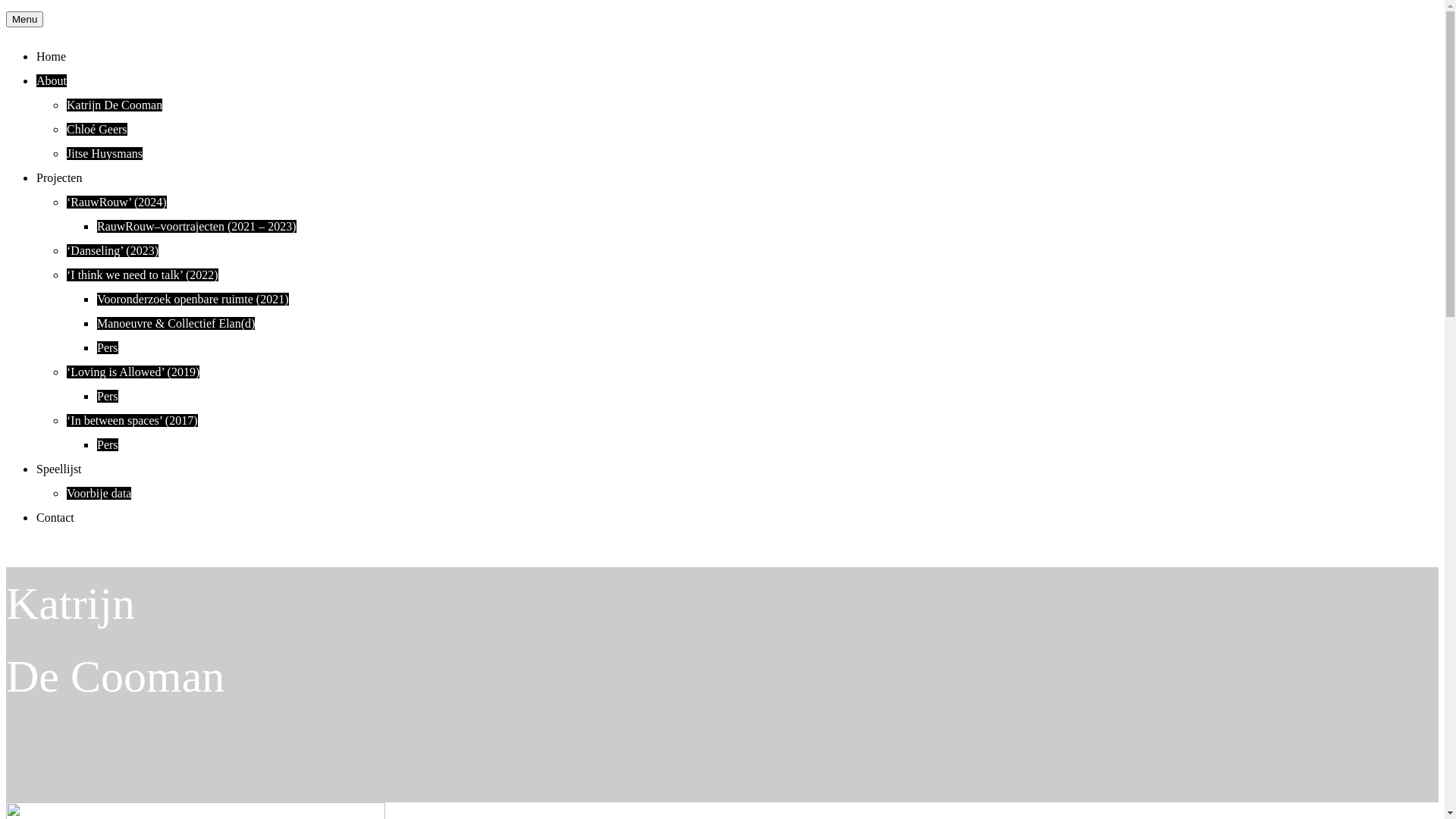  I want to click on 'Voorbije data', so click(98, 493).